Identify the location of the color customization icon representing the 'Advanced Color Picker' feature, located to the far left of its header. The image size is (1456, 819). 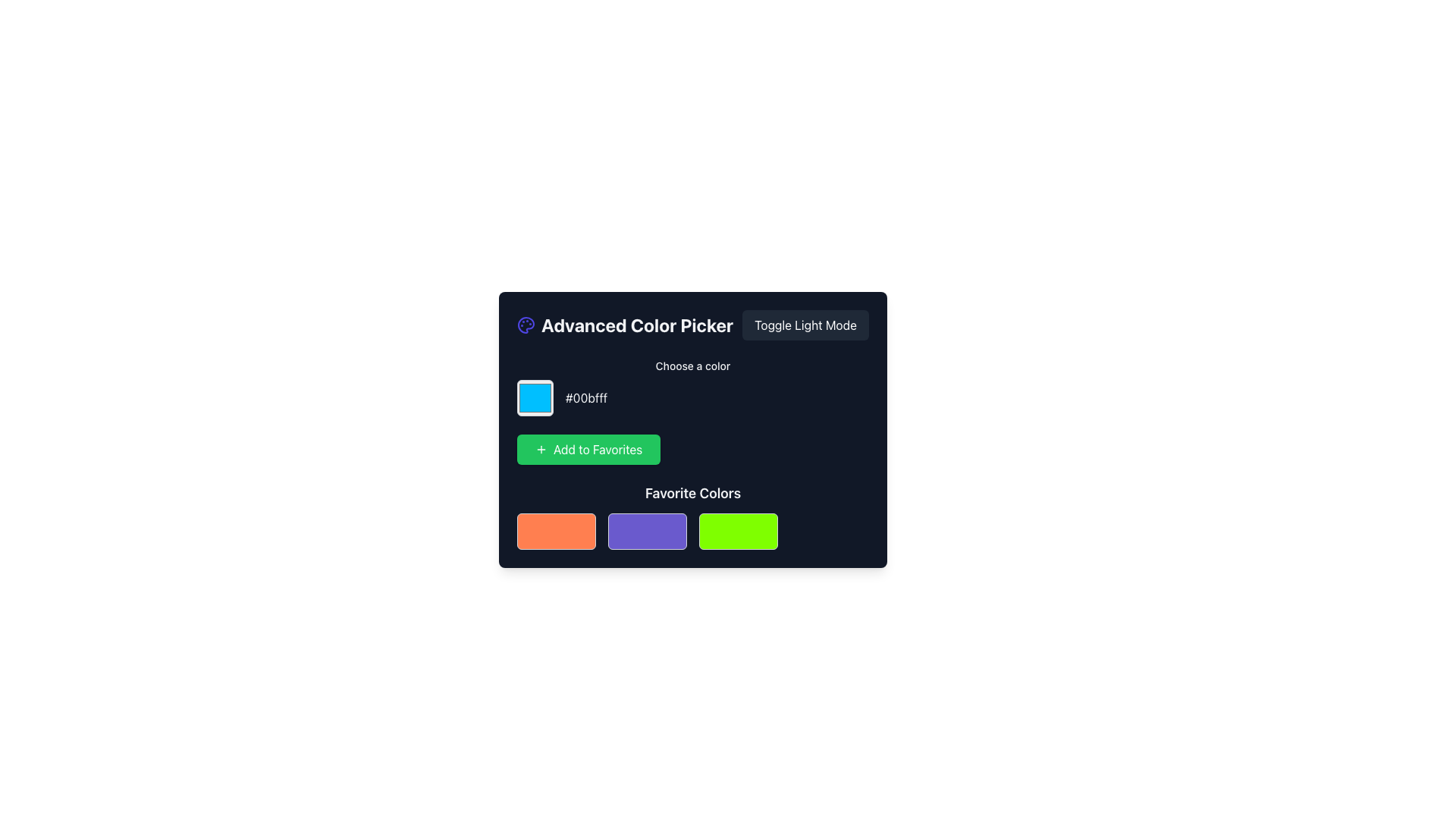
(526, 324).